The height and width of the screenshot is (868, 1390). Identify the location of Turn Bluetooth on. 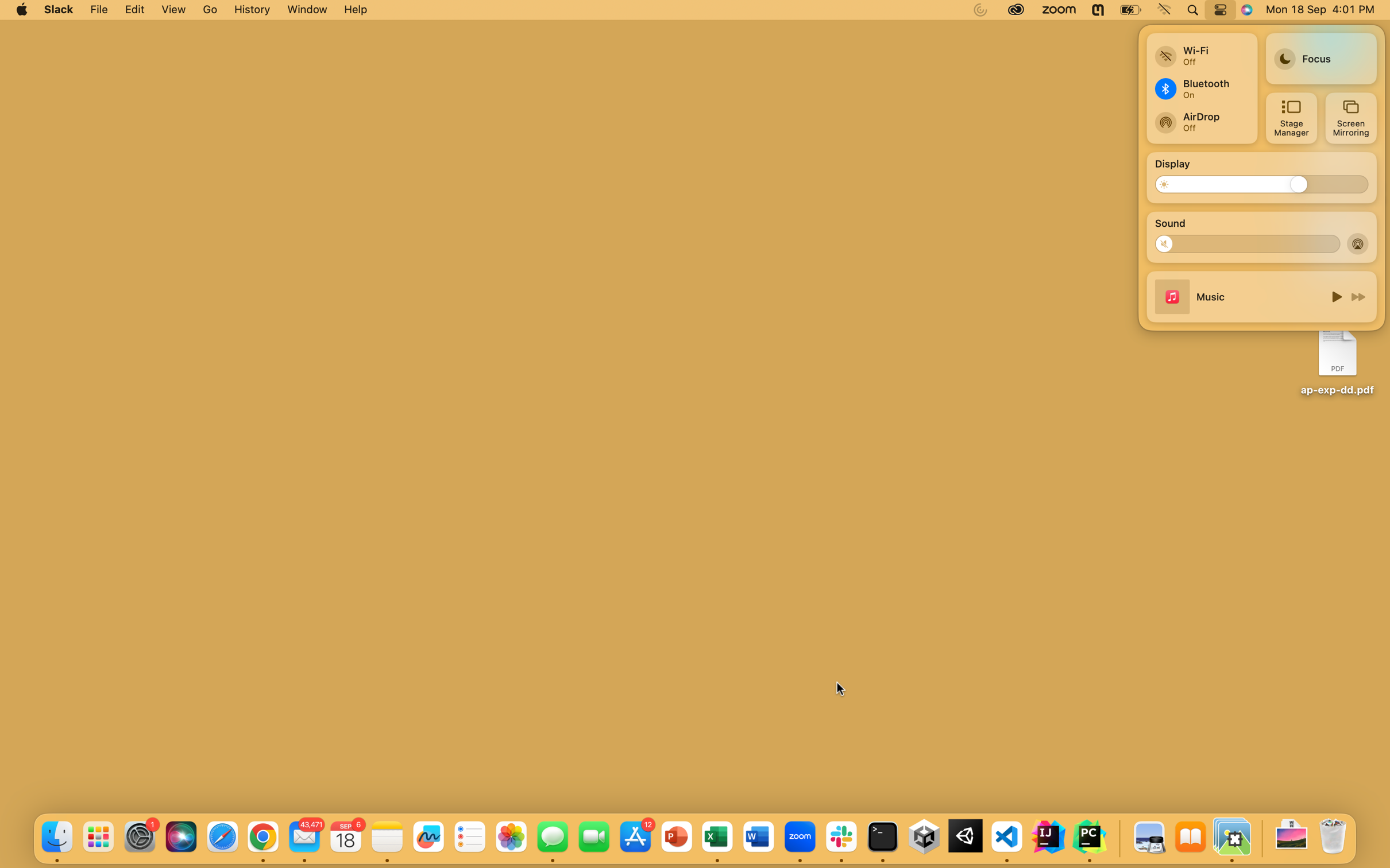
(1200, 88).